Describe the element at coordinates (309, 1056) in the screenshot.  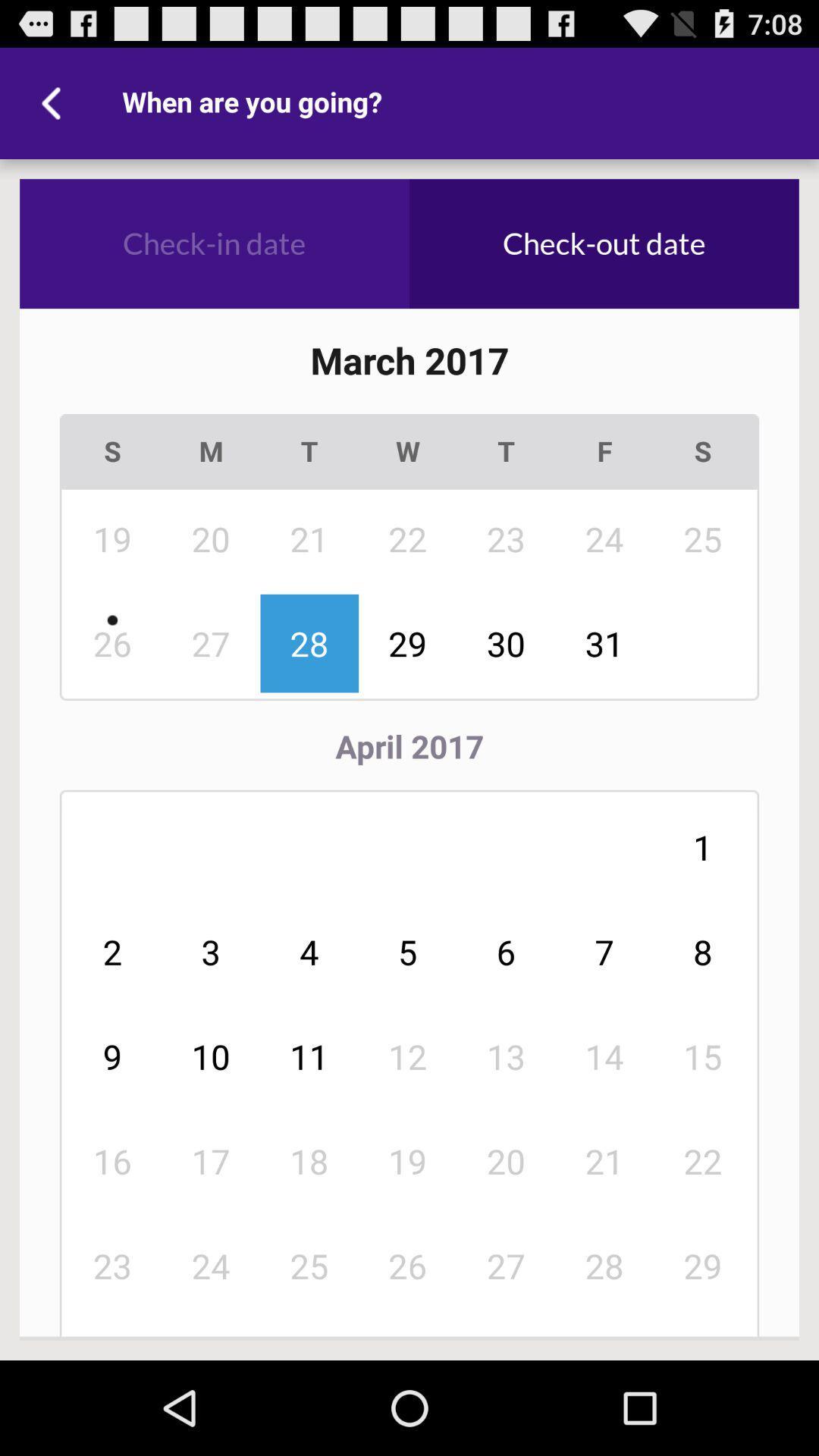
I see `the 11 item` at that location.